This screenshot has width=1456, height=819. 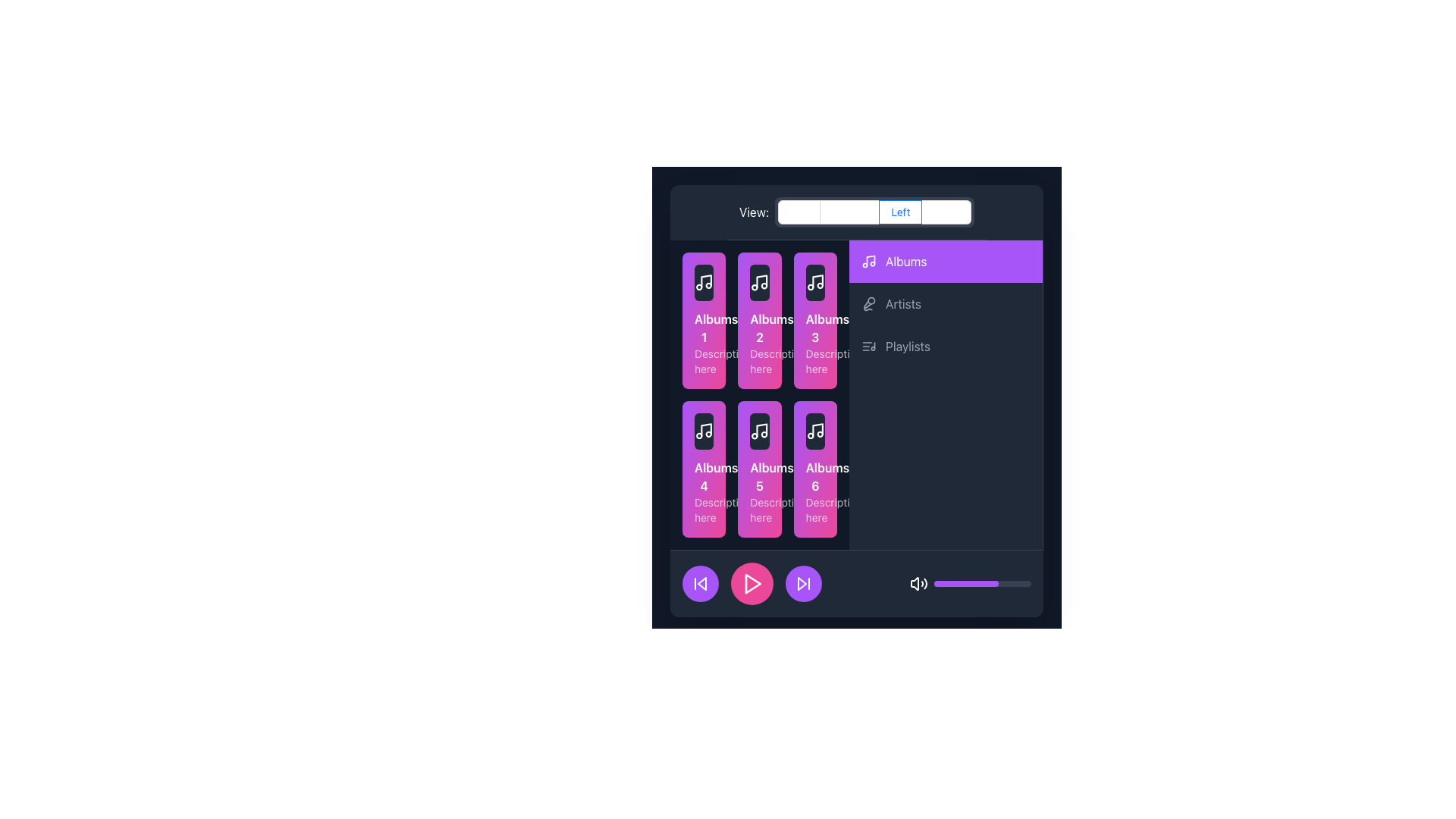 What do you see at coordinates (762, 430) in the screenshot?
I see `the vertical line of the music note icon located in the fifth album card on the second row of the album grid in the left section of the application` at bounding box center [762, 430].